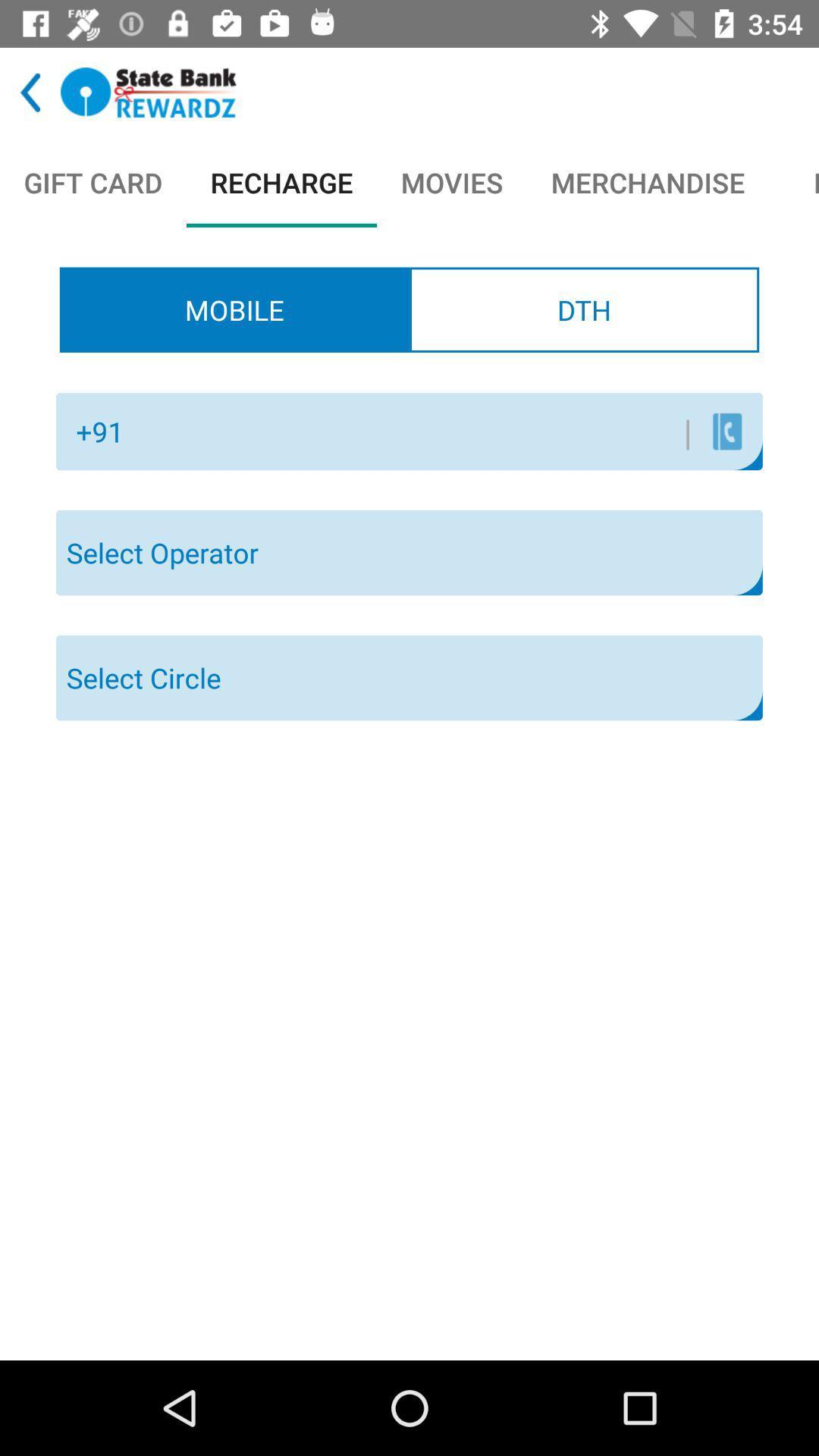  Describe the element at coordinates (234, 309) in the screenshot. I see `the app above the +91` at that location.